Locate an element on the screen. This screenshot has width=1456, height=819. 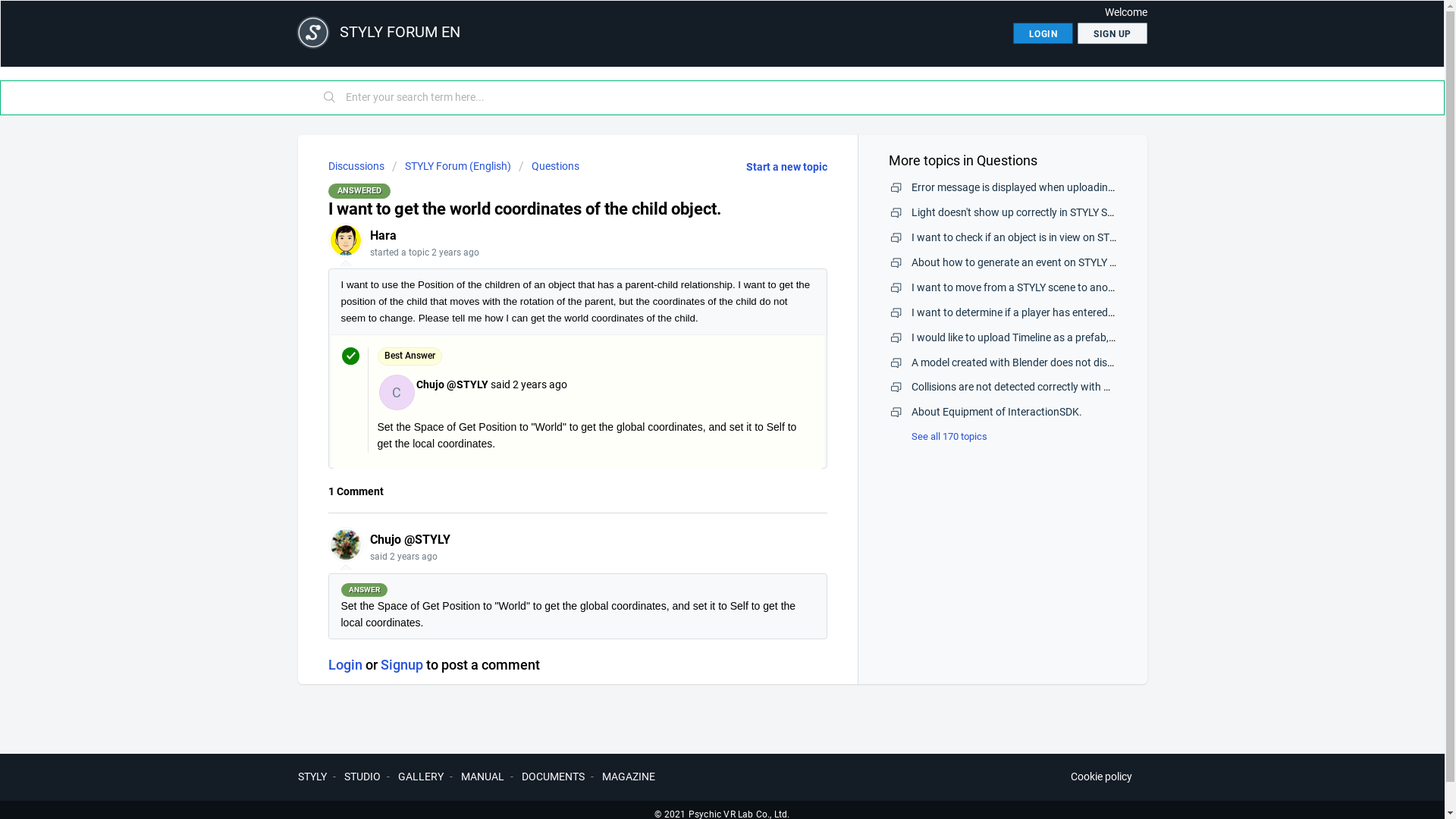
'Discussions' is located at coordinates (355, 166).